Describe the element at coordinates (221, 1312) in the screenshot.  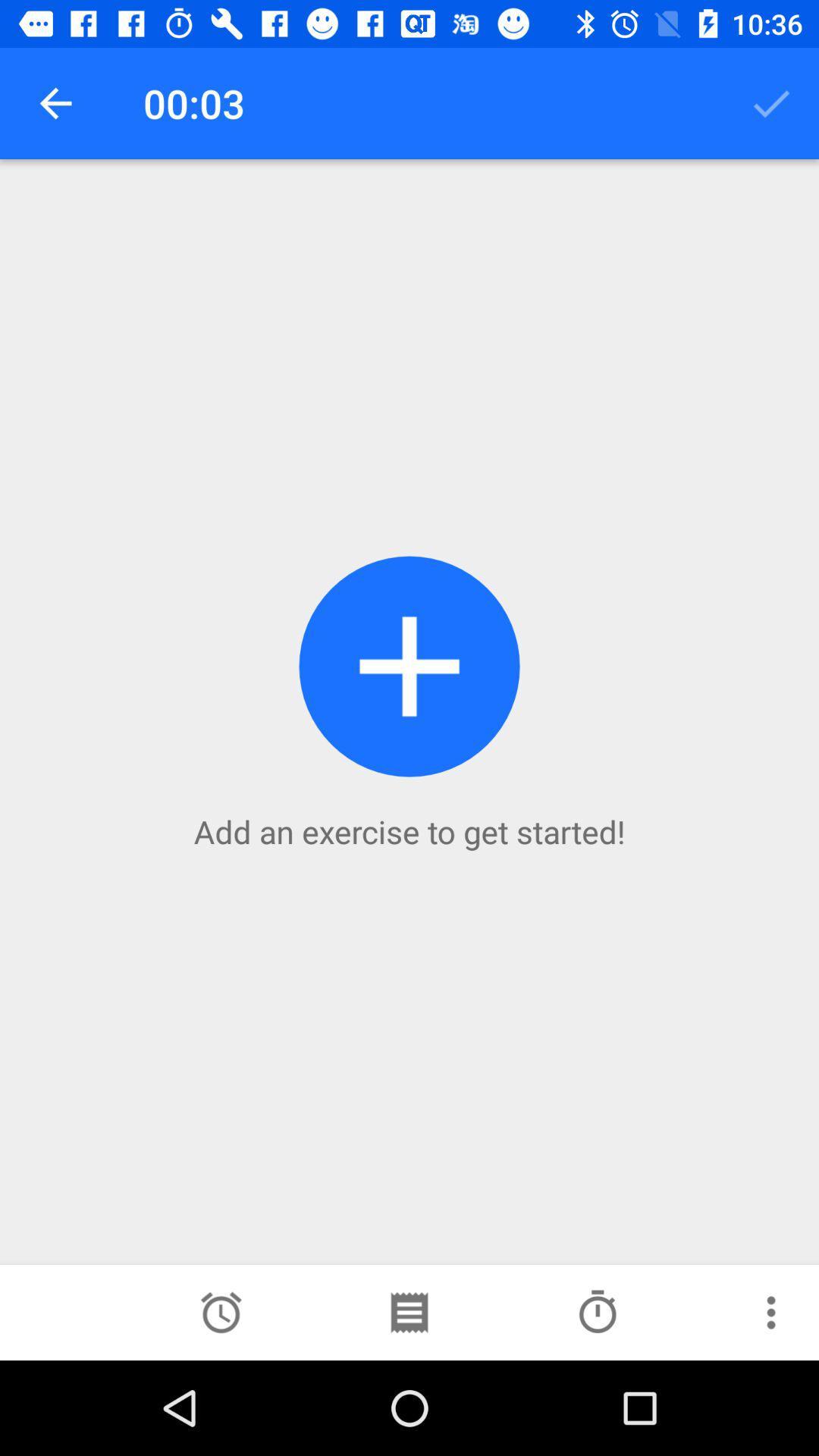
I see `open timer` at that location.